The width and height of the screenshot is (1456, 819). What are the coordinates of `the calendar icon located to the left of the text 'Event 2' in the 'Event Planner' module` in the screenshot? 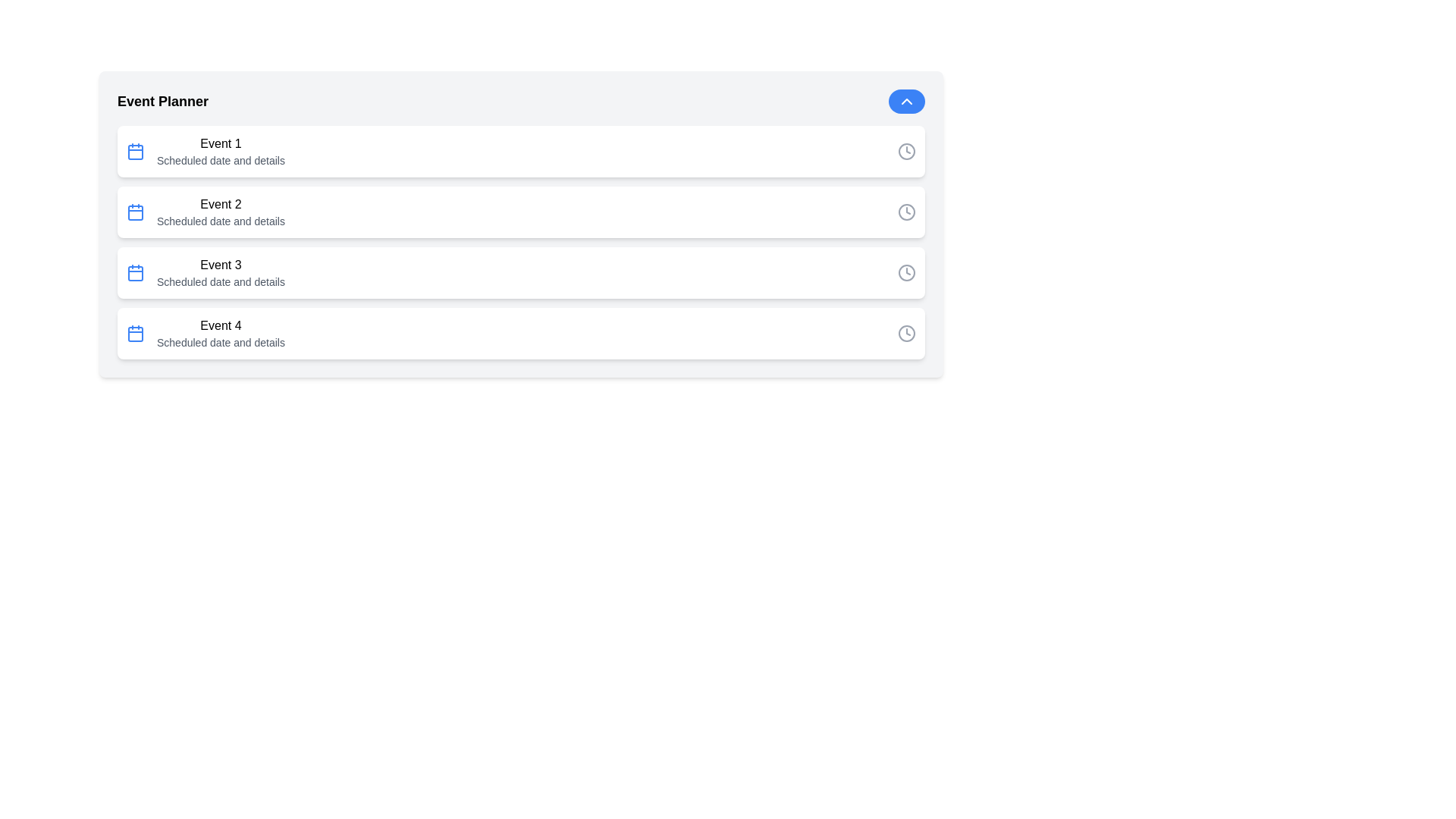 It's located at (135, 212).